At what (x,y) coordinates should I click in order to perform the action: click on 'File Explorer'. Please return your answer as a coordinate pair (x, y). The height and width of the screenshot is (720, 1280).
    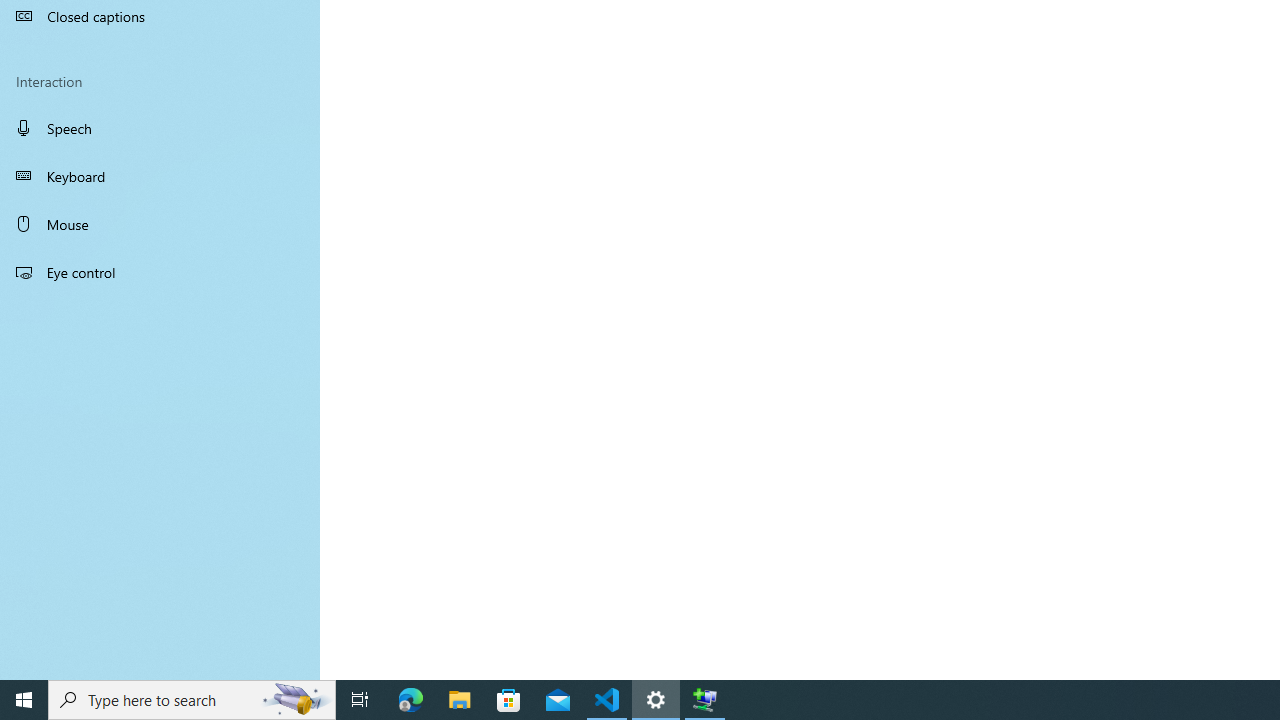
    Looking at the image, I should click on (459, 698).